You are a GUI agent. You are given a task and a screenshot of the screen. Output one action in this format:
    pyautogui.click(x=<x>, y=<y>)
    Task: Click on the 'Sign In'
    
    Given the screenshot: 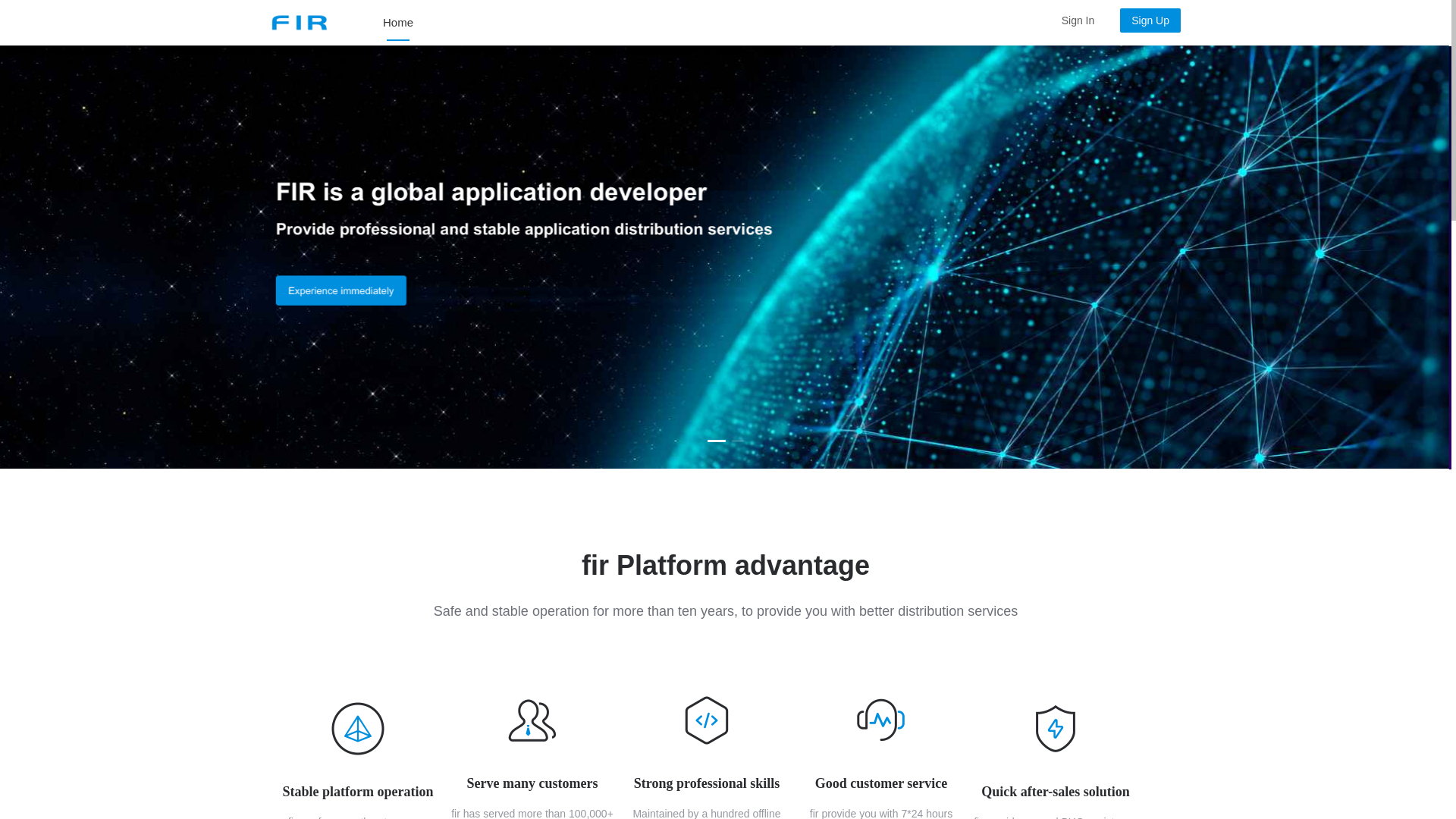 What is the action you would take?
    pyautogui.click(x=1077, y=20)
    